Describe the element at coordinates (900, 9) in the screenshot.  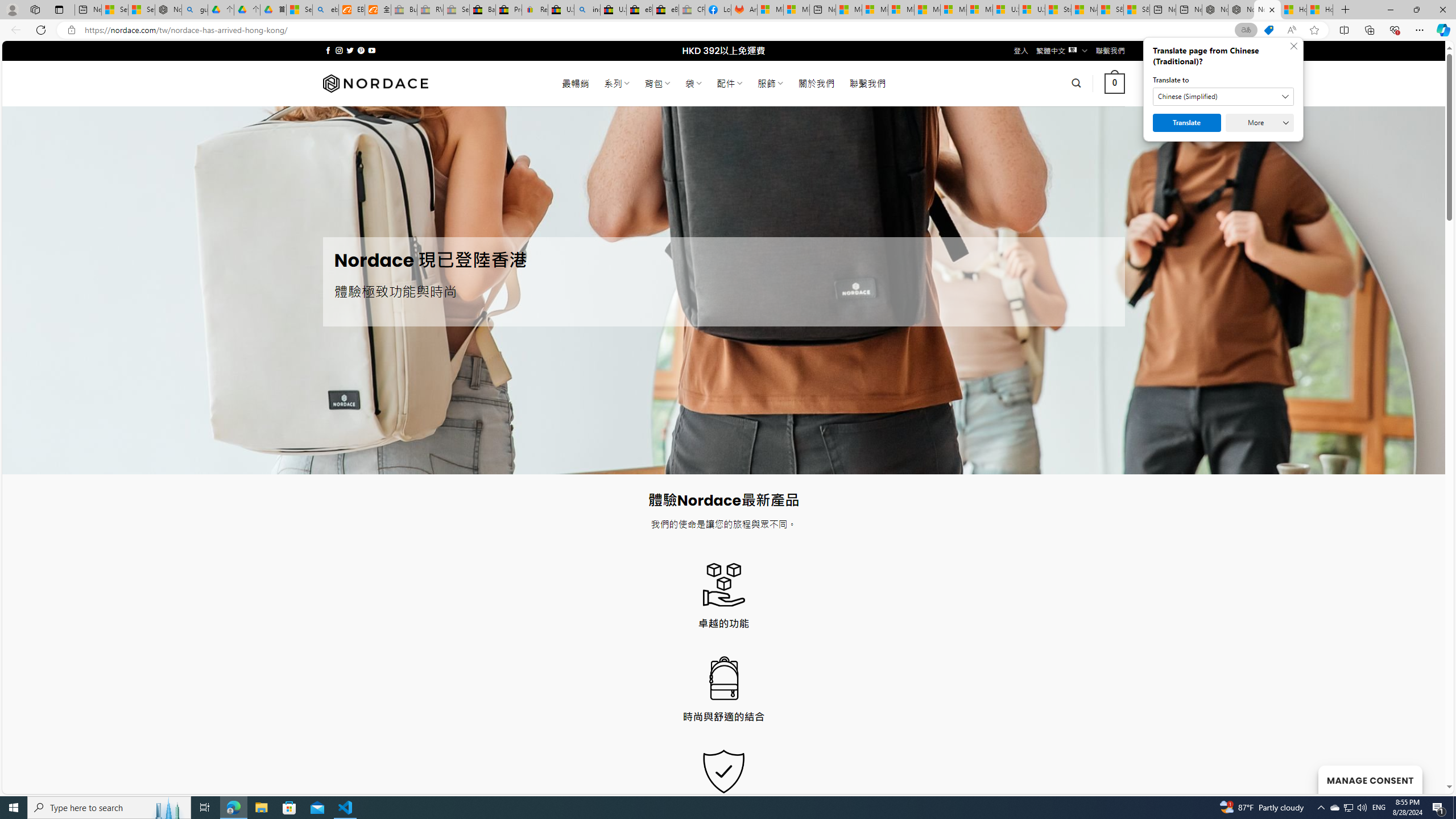
I see `'Microsoft account | Home'` at that location.